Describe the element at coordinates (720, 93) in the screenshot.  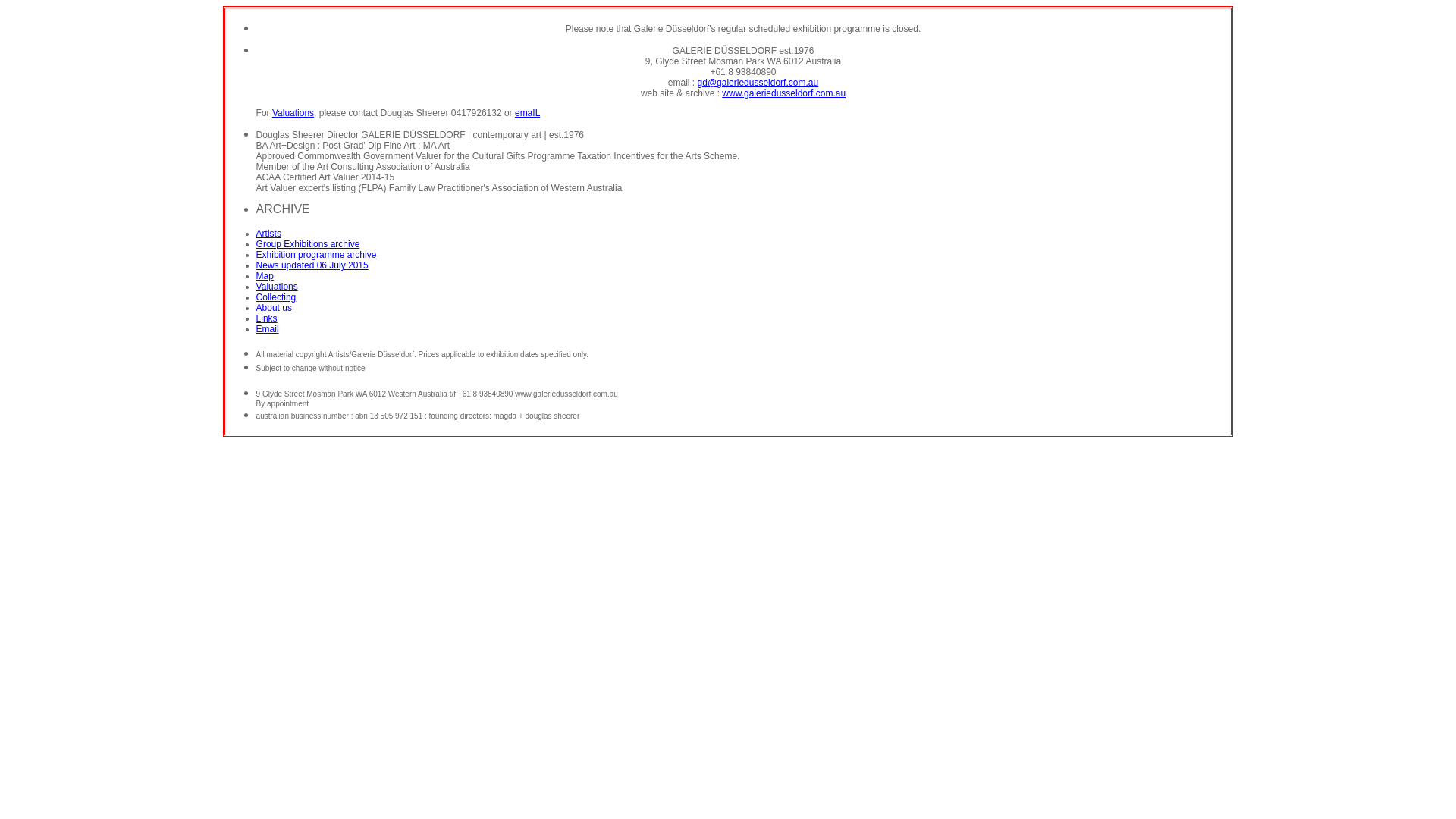
I see `'www.galeriedusseldorf.com.au'` at that location.